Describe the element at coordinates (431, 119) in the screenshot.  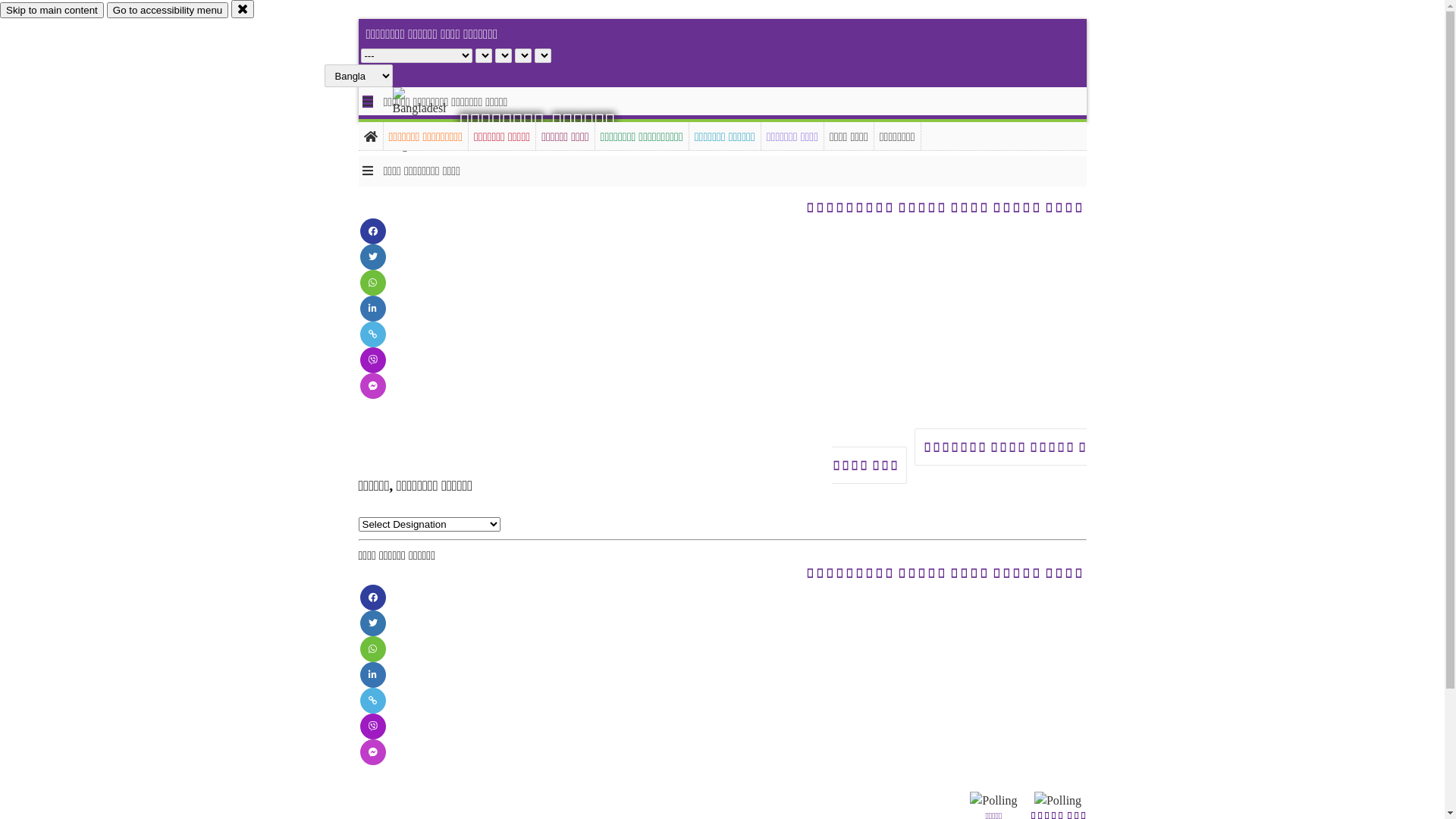
I see `'` at that location.